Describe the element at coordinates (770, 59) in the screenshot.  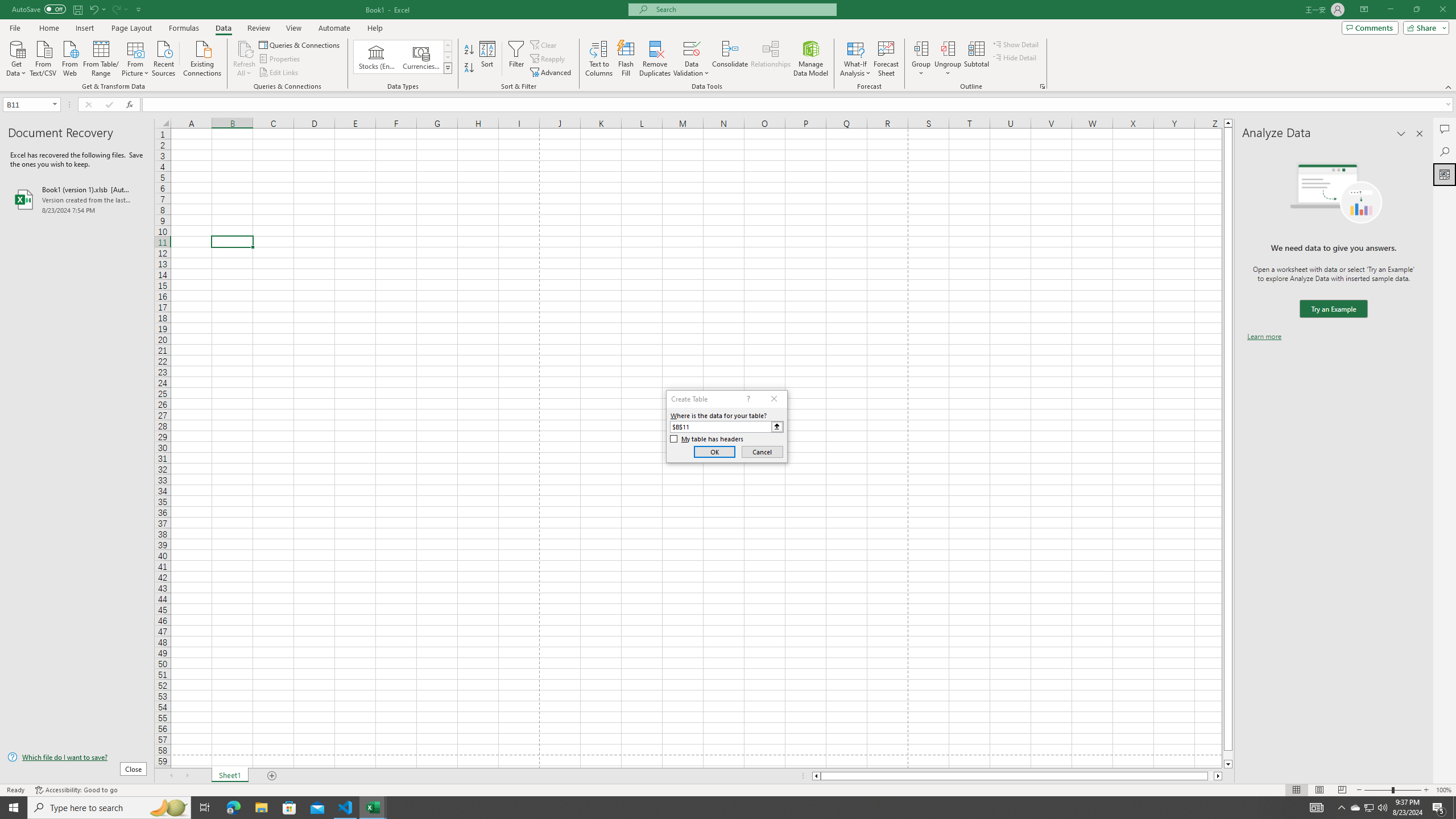
I see `'Relationships'` at that location.